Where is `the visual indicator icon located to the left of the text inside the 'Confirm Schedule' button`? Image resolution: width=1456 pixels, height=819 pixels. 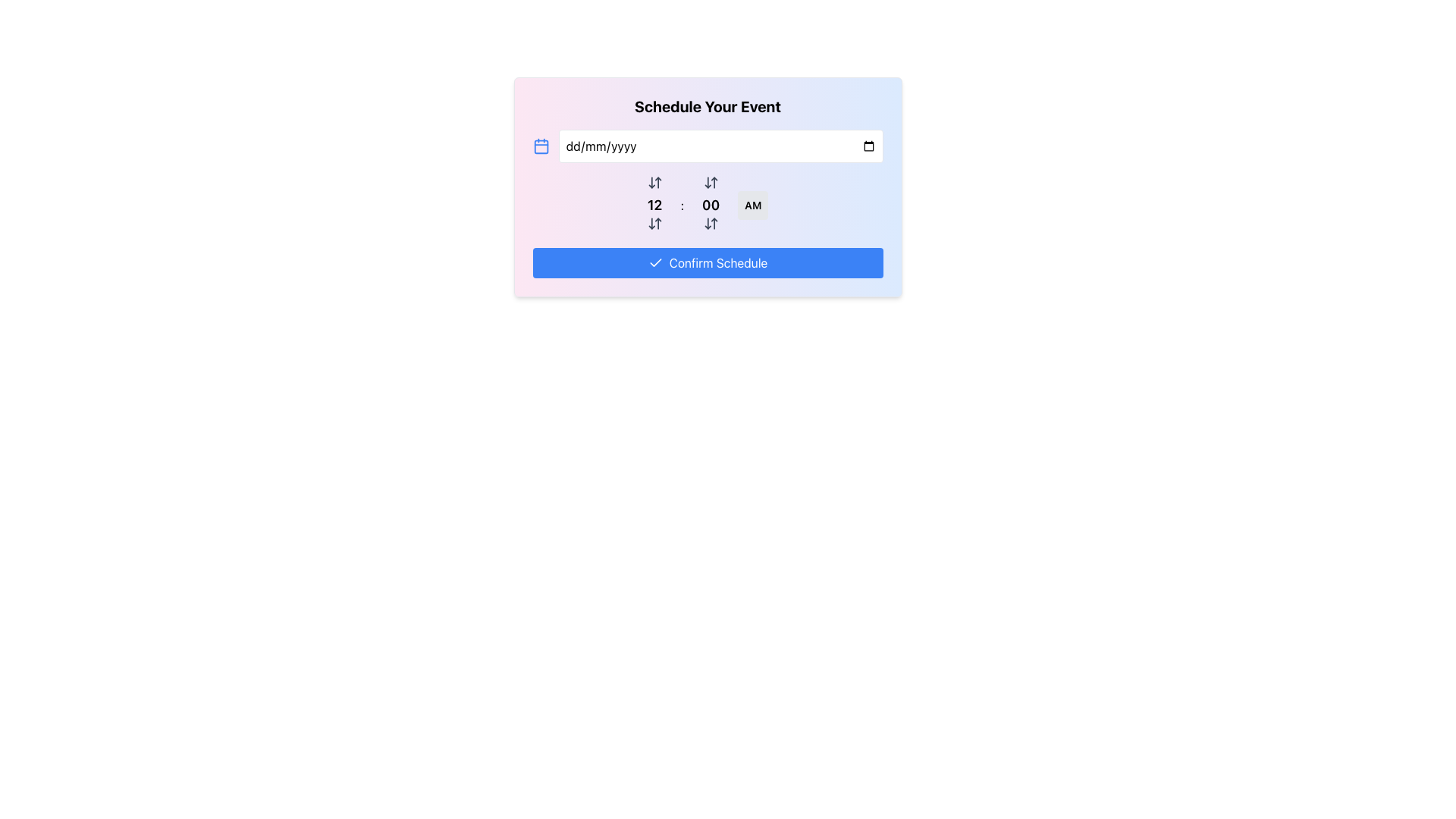
the visual indicator icon located to the left of the text inside the 'Confirm Schedule' button is located at coordinates (655, 262).